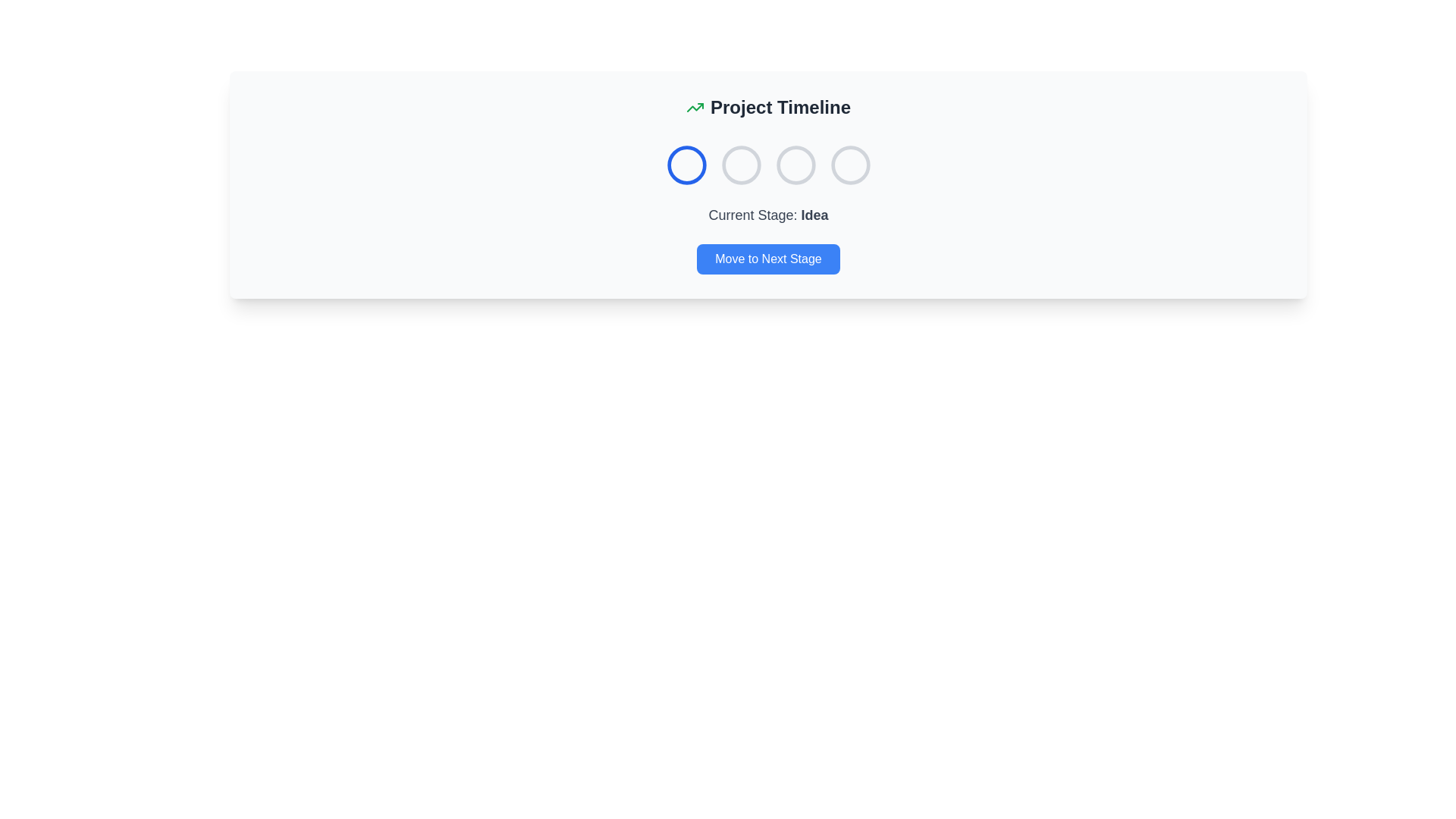 This screenshot has height=819, width=1456. I want to click on the text fragment displaying 'Idea' in bold, dark color, which is part of the sentence 'Current Stage: Idea' located below the timeline visualization and above the 'Move to Next Stage' button, so click(814, 215).